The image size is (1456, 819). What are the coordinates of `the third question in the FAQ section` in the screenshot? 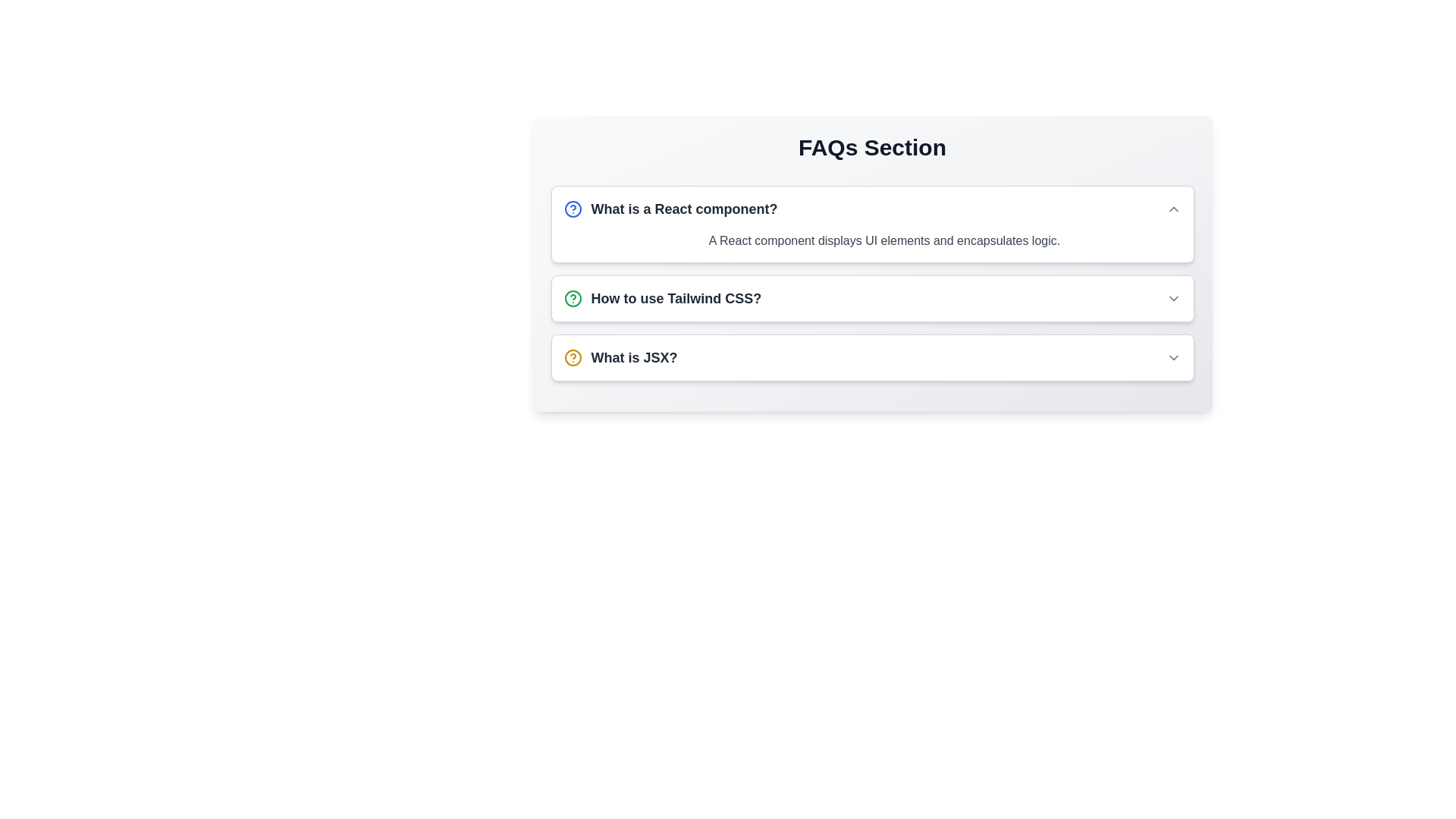 It's located at (620, 357).